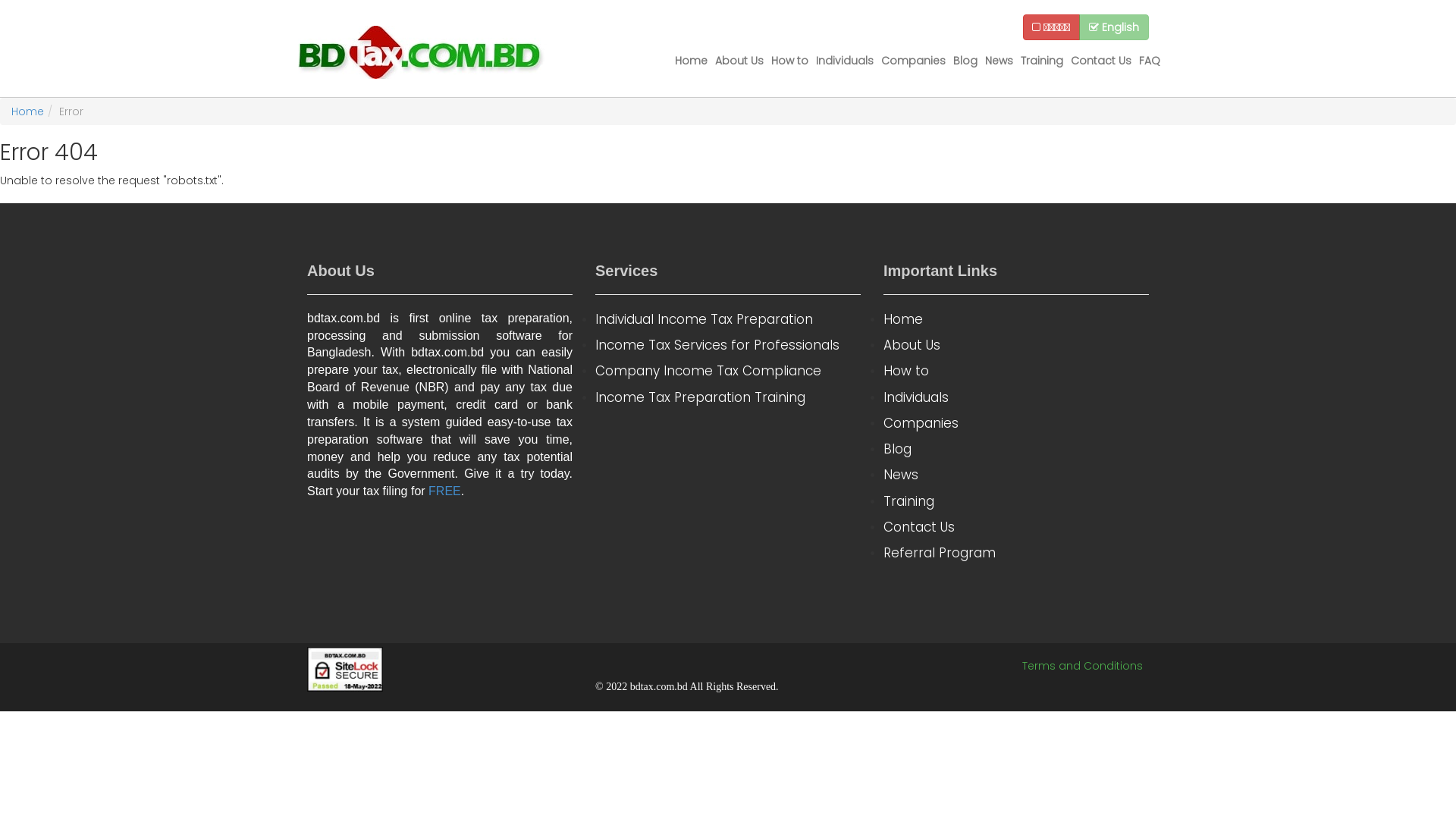 This screenshot has width=1456, height=819. I want to click on 'Blog', so click(964, 60).